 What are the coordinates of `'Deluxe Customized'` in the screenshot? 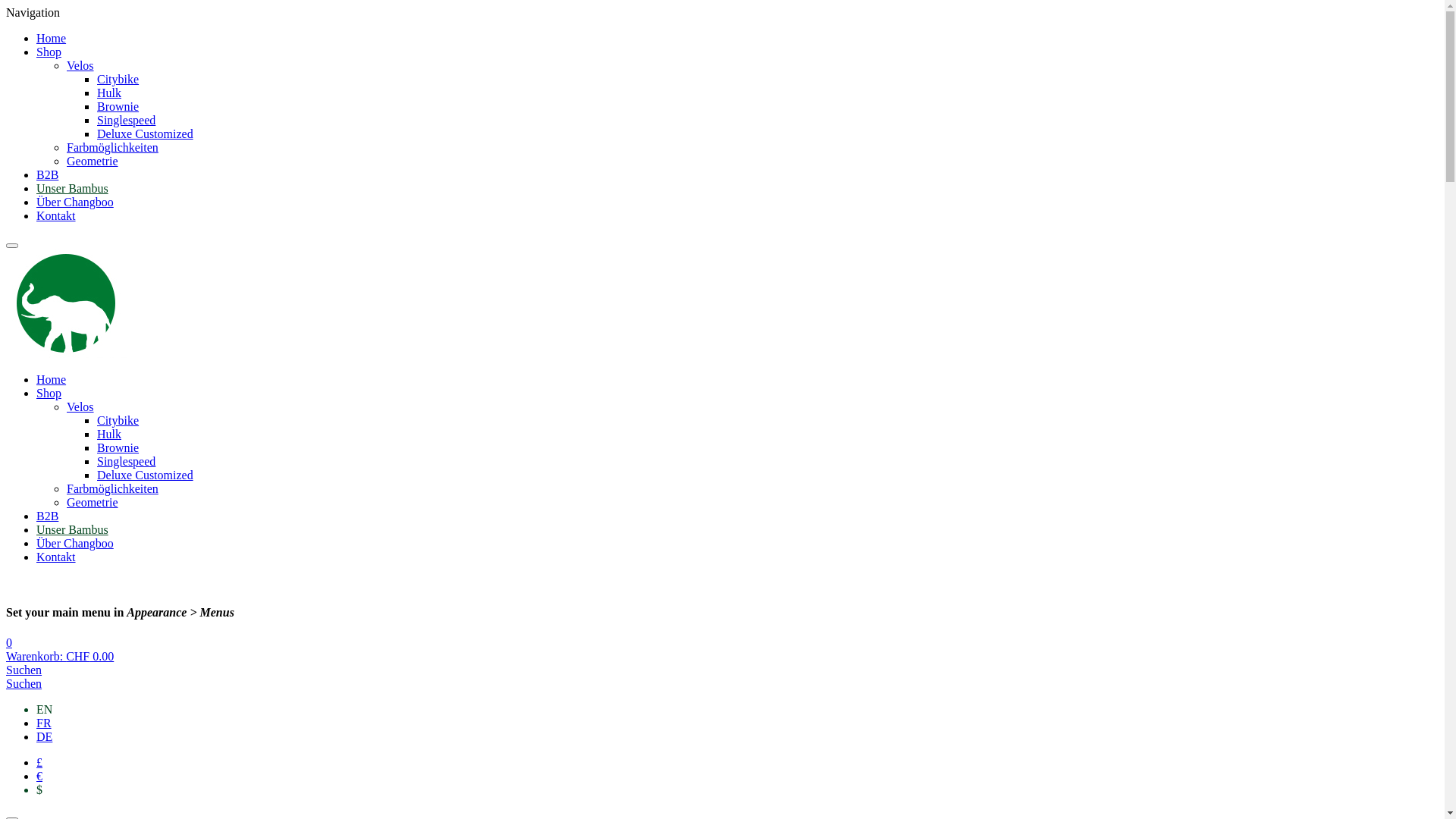 It's located at (96, 474).